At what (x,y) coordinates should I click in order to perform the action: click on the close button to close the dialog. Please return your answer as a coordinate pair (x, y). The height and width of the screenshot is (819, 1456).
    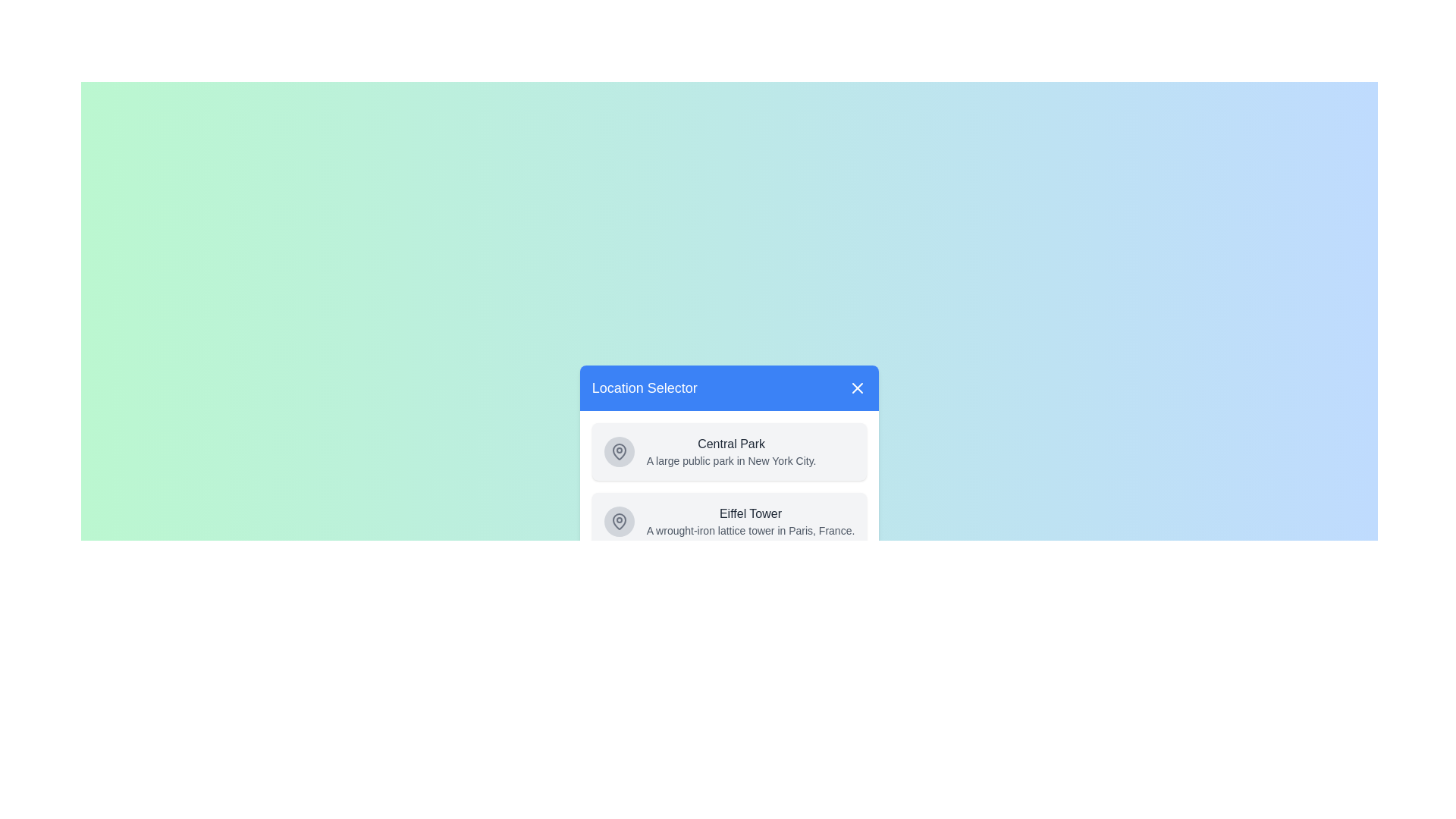
    Looking at the image, I should click on (858, 388).